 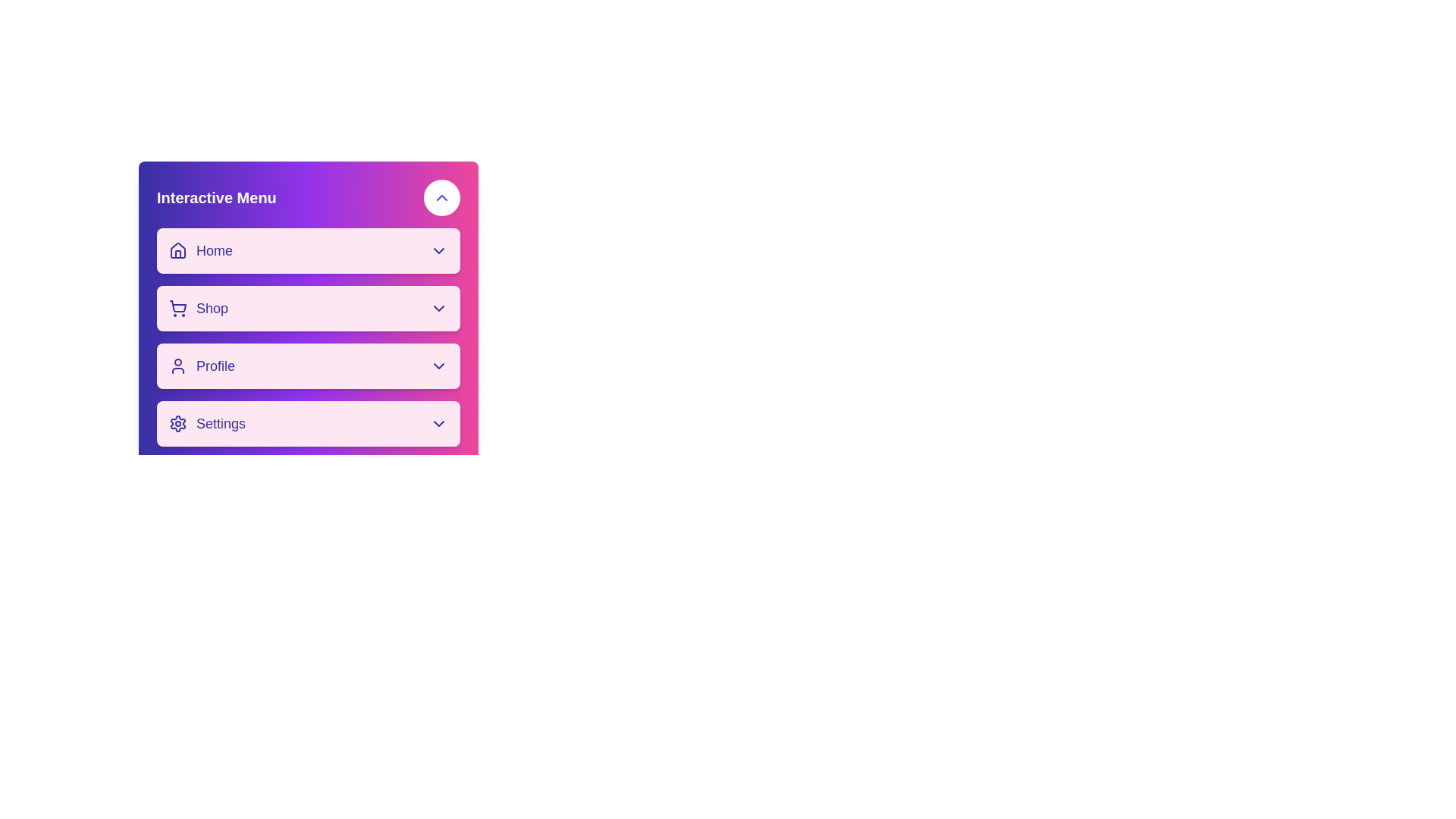 What do you see at coordinates (441, 197) in the screenshot?
I see `the icon located in the top-right corner of the 'Interactive Menu' gradient panel` at bounding box center [441, 197].